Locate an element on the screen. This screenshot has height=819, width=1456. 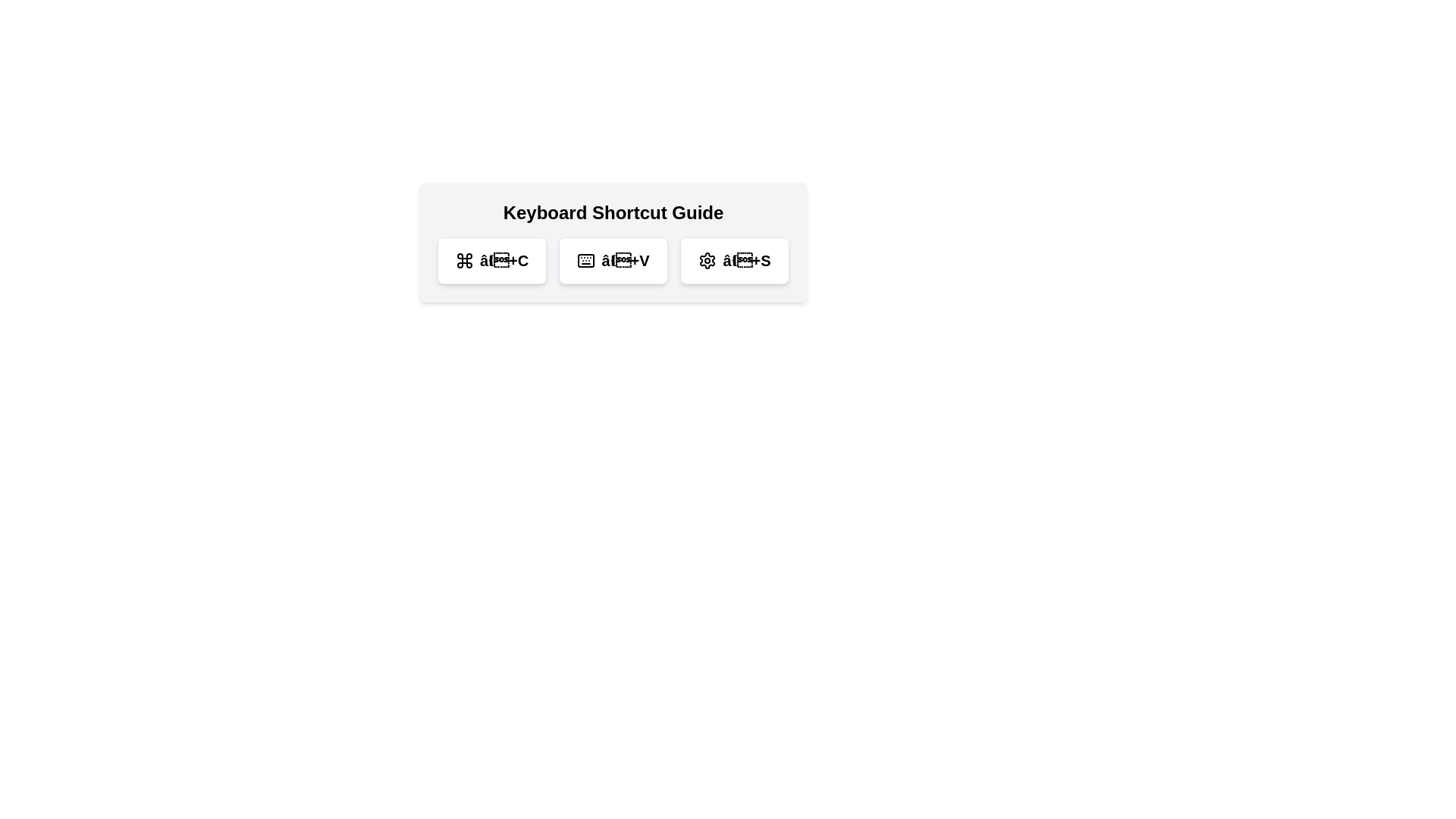
the gear icon located at the center of the modal window labeled 'Keyboard Shortcut Guide' is located at coordinates (707, 259).